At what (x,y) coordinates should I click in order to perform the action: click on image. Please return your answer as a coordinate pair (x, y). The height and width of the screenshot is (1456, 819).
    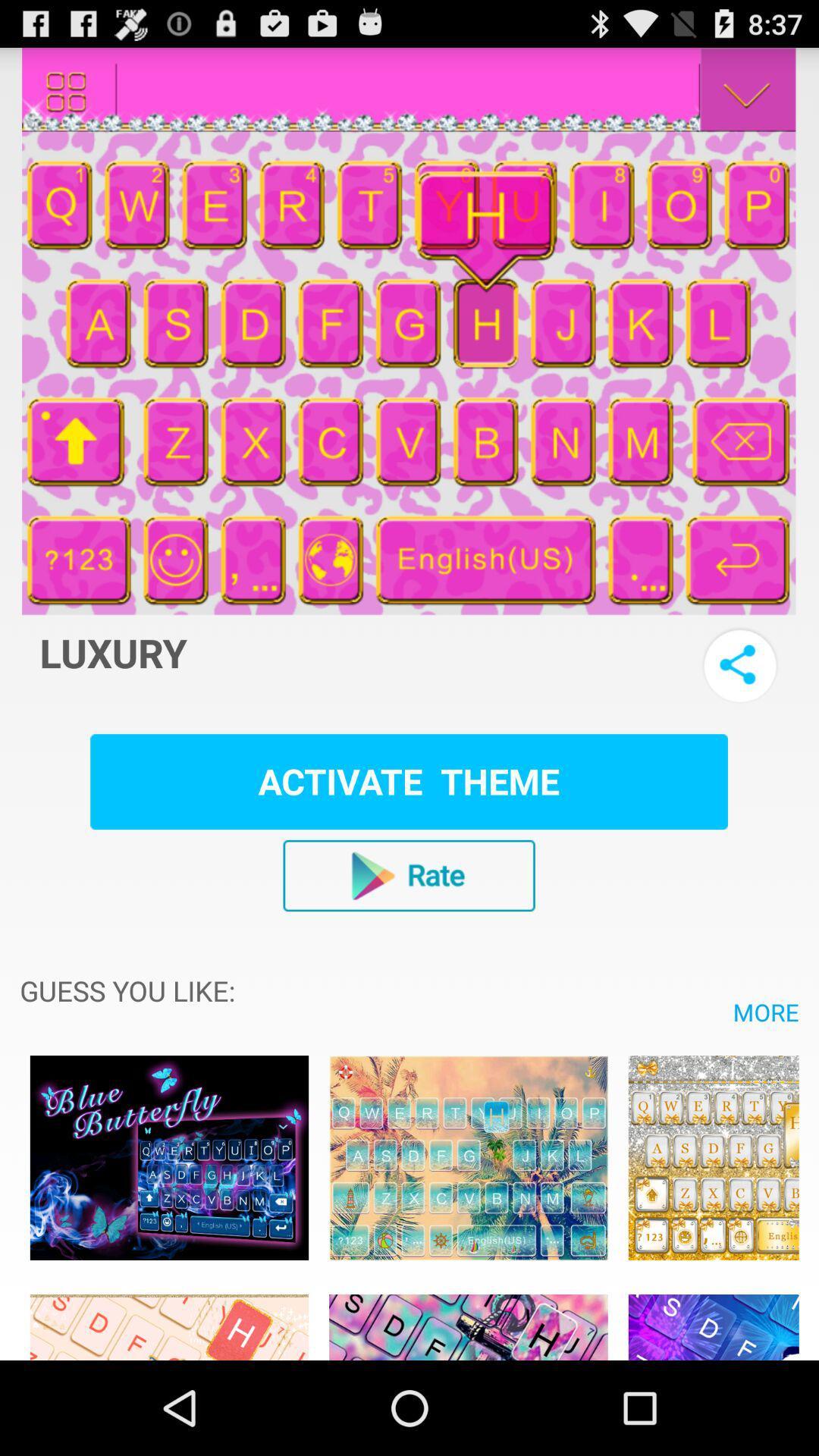
    Looking at the image, I should click on (169, 1318).